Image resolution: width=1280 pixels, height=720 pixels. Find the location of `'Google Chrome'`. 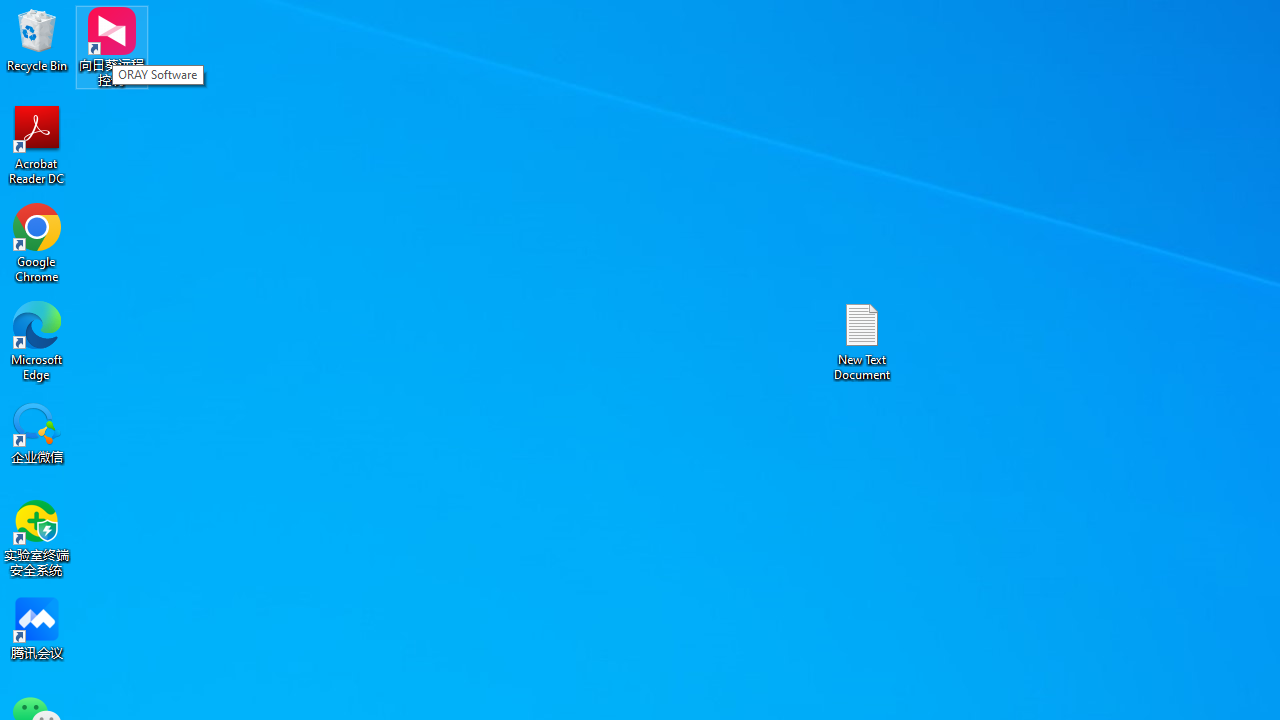

'Google Chrome' is located at coordinates (37, 242).